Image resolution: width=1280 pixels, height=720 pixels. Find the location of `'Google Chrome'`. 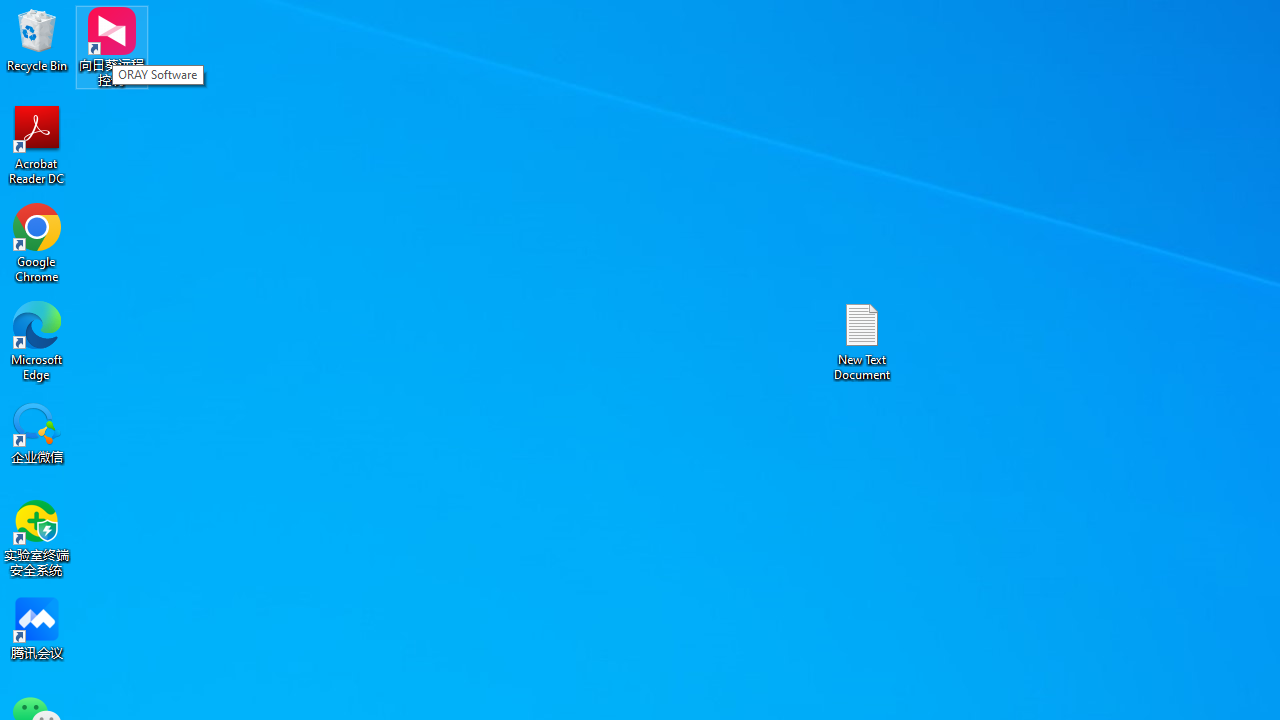

'Google Chrome' is located at coordinates (37, 242).